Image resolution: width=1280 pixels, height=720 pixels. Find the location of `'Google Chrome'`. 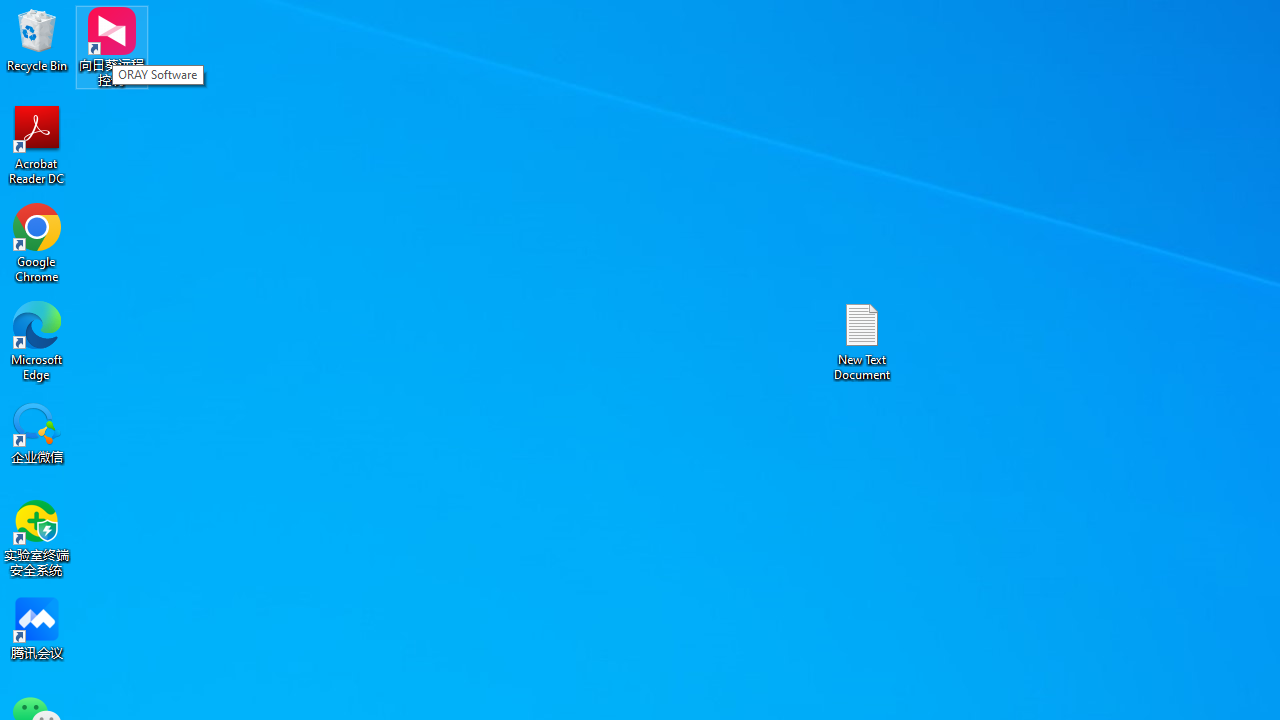

'Google Chrome' is located at coordinates (37, 242).